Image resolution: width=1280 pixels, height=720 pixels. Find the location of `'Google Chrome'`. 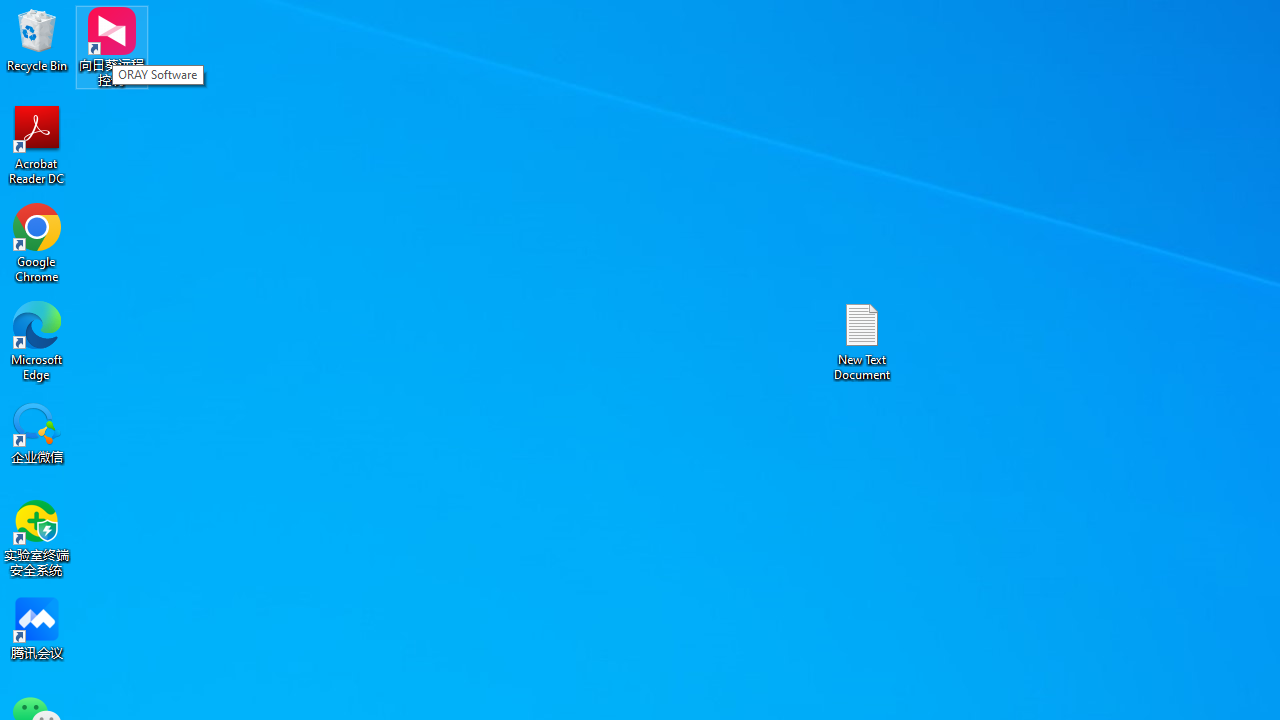

'Google Chrome' is located at coordinates (37, 242).